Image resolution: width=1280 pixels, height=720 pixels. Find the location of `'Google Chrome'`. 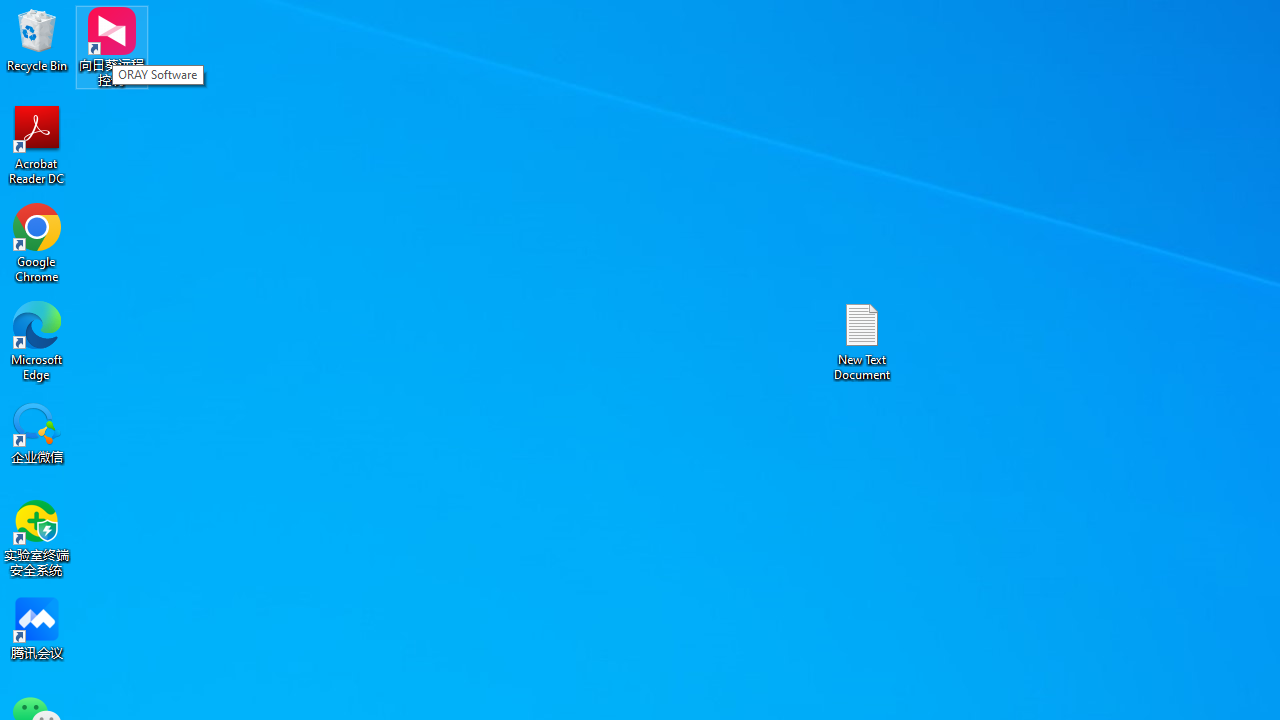

'Google Chrome' is located at coordinates (37, 242).